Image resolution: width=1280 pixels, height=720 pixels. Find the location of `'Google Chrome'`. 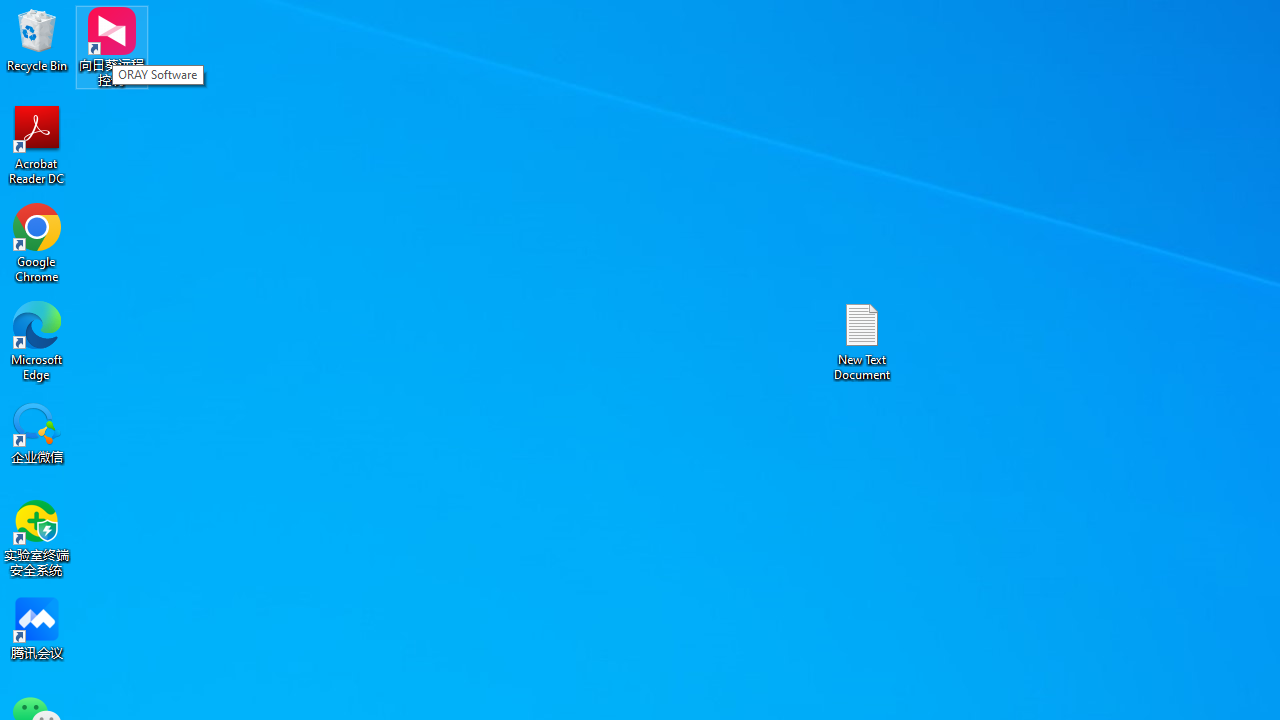

'Google Chrome' is located at coordinates (37, 242).